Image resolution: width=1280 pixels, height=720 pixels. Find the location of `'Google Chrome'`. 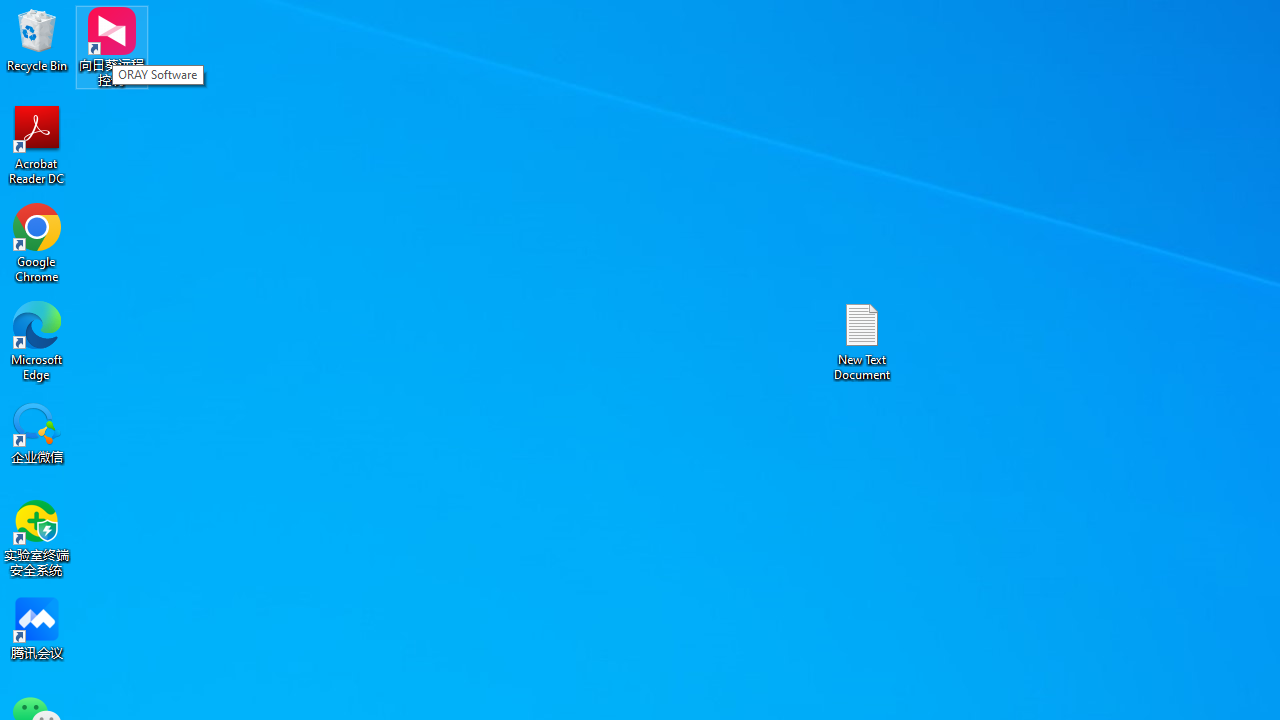

'Google Chrome' is located at coordinates (37, 242).